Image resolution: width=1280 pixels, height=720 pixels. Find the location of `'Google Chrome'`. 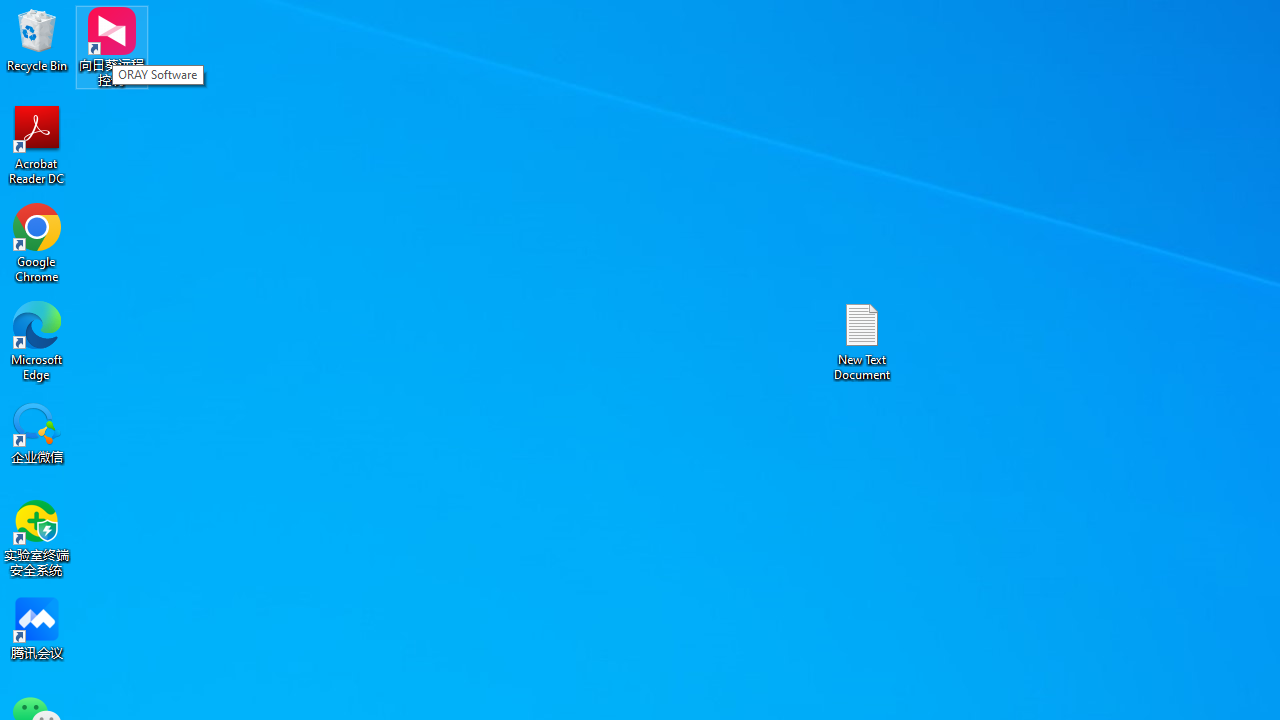

'Google Chrome' is located at coordinates (37, 242).